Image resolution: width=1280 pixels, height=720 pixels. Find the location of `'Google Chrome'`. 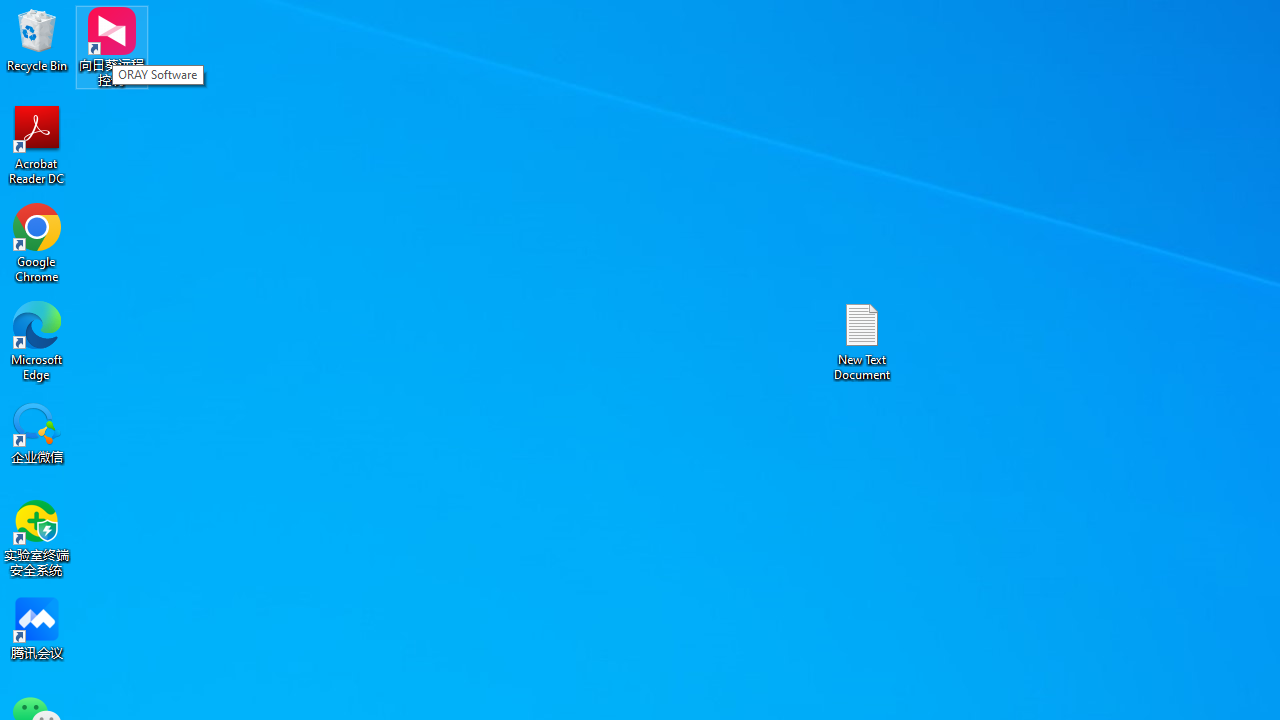

'Google Chrome' is located at coordinates (37, 242).